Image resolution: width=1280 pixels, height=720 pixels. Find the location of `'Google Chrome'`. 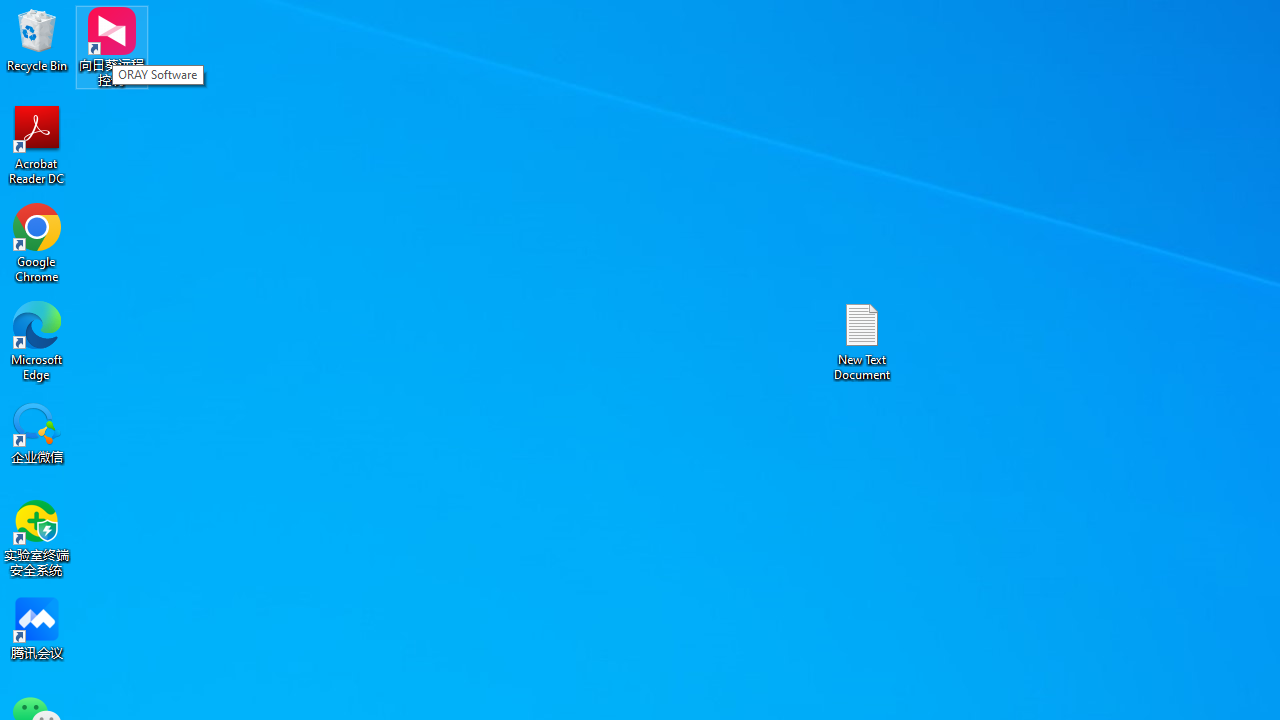

'Google Chrome' is located at coordinates (37, 242).